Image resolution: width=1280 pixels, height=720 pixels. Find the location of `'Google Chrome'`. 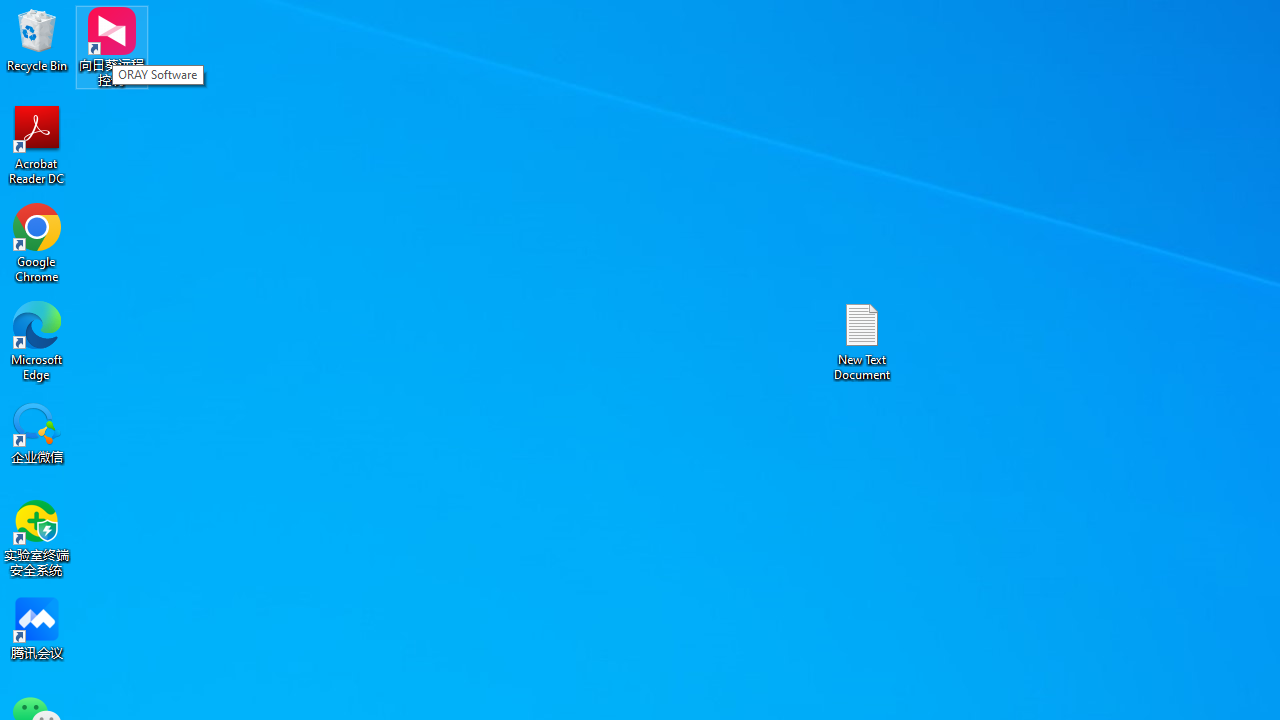

'Google Chrome' is located at coordinates (37, 242).